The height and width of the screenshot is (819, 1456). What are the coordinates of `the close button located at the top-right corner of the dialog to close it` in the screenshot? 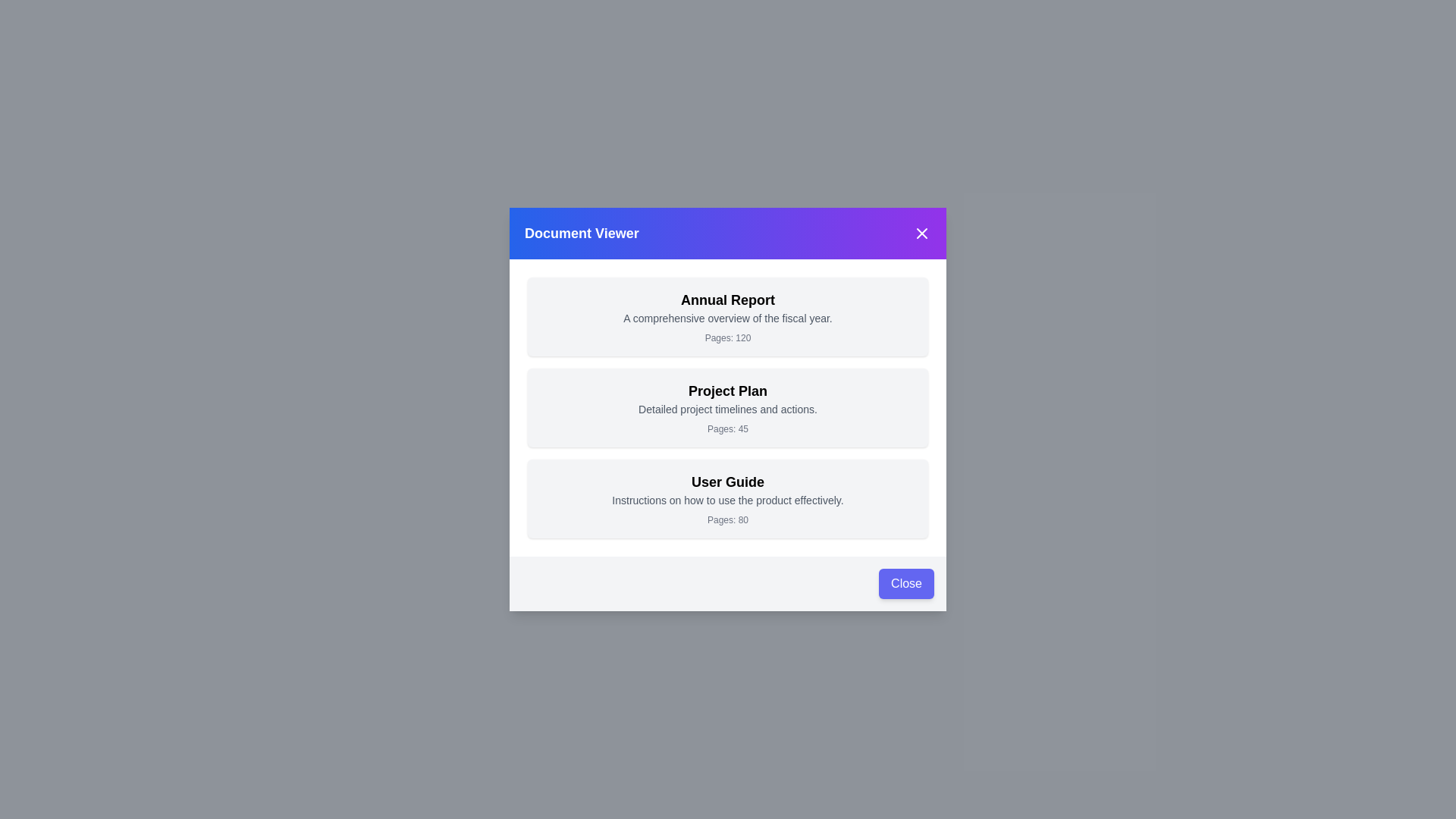 It's located at (921, 234).